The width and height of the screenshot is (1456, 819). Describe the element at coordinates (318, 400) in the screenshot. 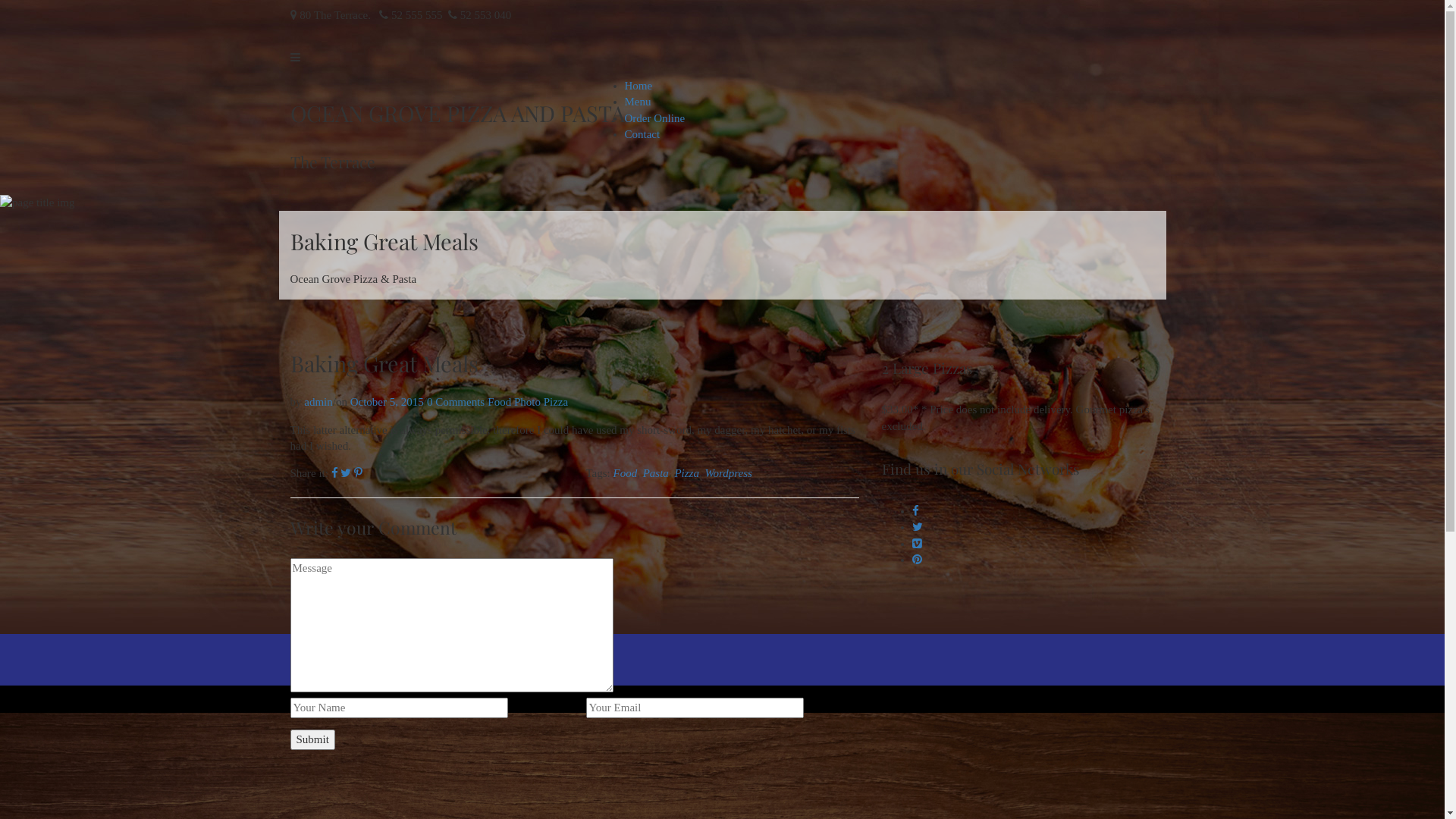

I see `'admin'` at that location.